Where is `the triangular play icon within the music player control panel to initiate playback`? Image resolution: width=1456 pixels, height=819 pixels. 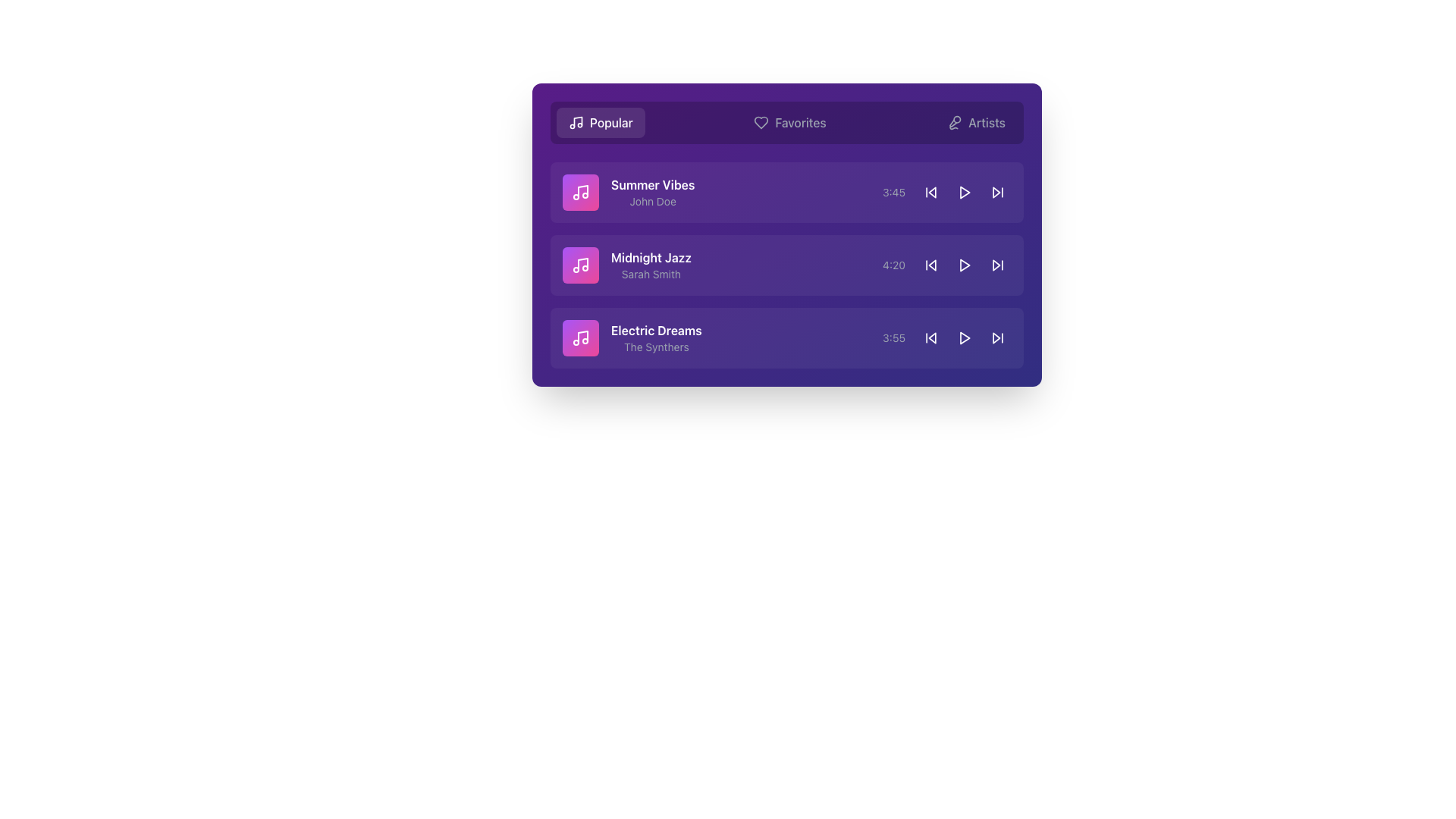
the triangular play icon within the music player control panel to initiate playback is located at coordinates (964, 192).